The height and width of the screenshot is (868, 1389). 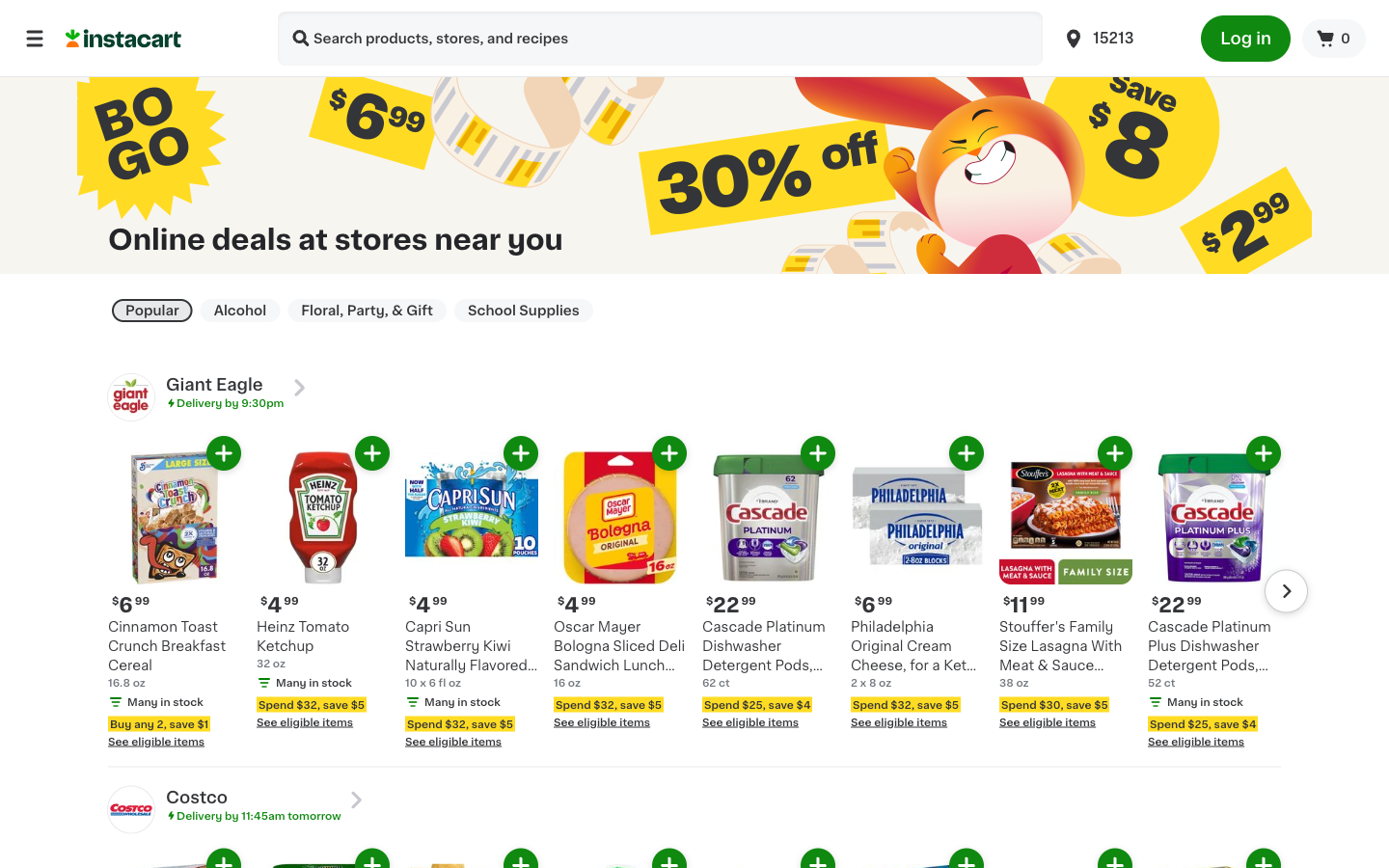 I want to click on Organize by Alcohol Type, so click(x=238, y=310).